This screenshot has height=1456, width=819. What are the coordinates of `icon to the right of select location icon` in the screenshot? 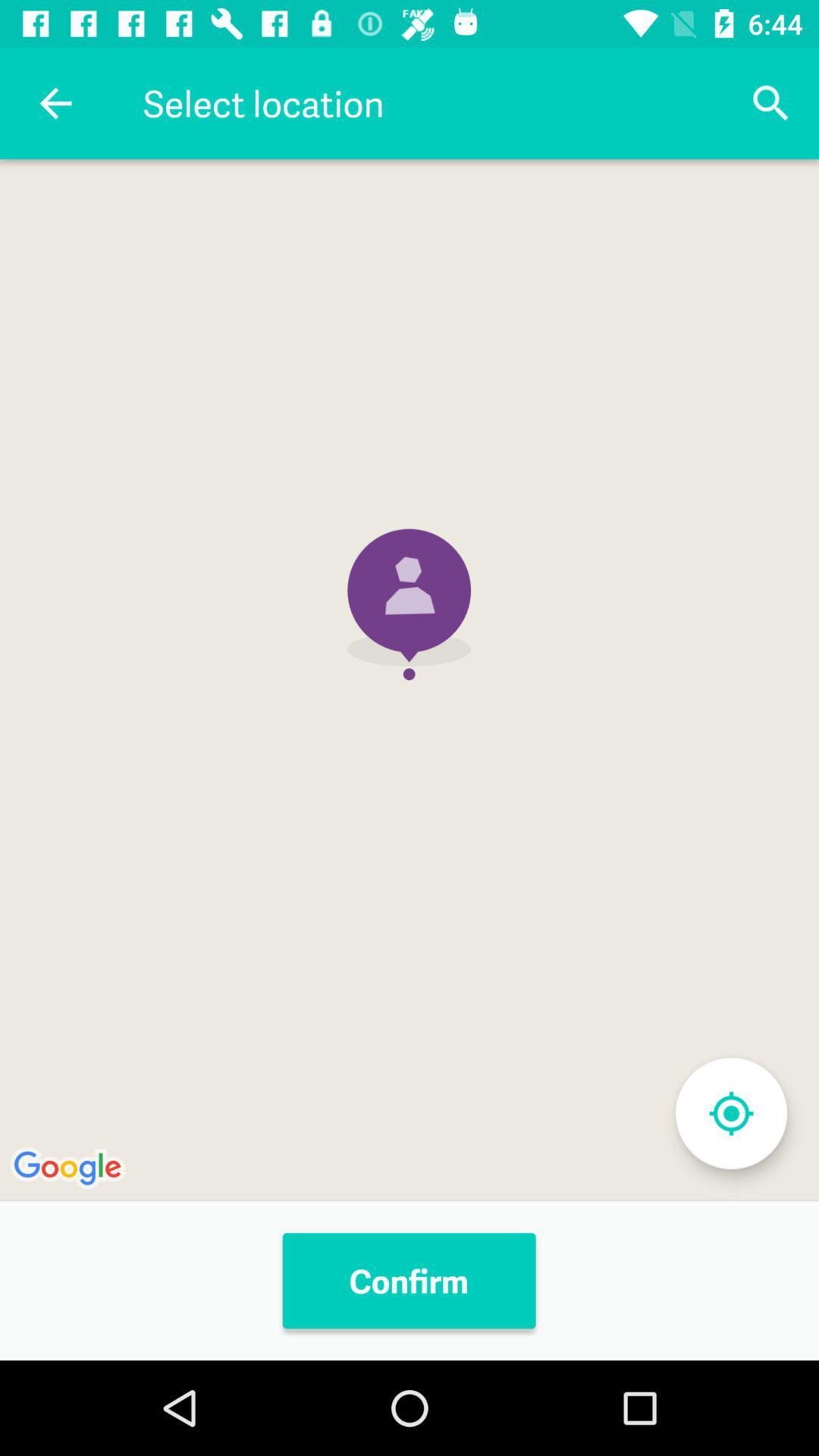 It's located at (771, 102).